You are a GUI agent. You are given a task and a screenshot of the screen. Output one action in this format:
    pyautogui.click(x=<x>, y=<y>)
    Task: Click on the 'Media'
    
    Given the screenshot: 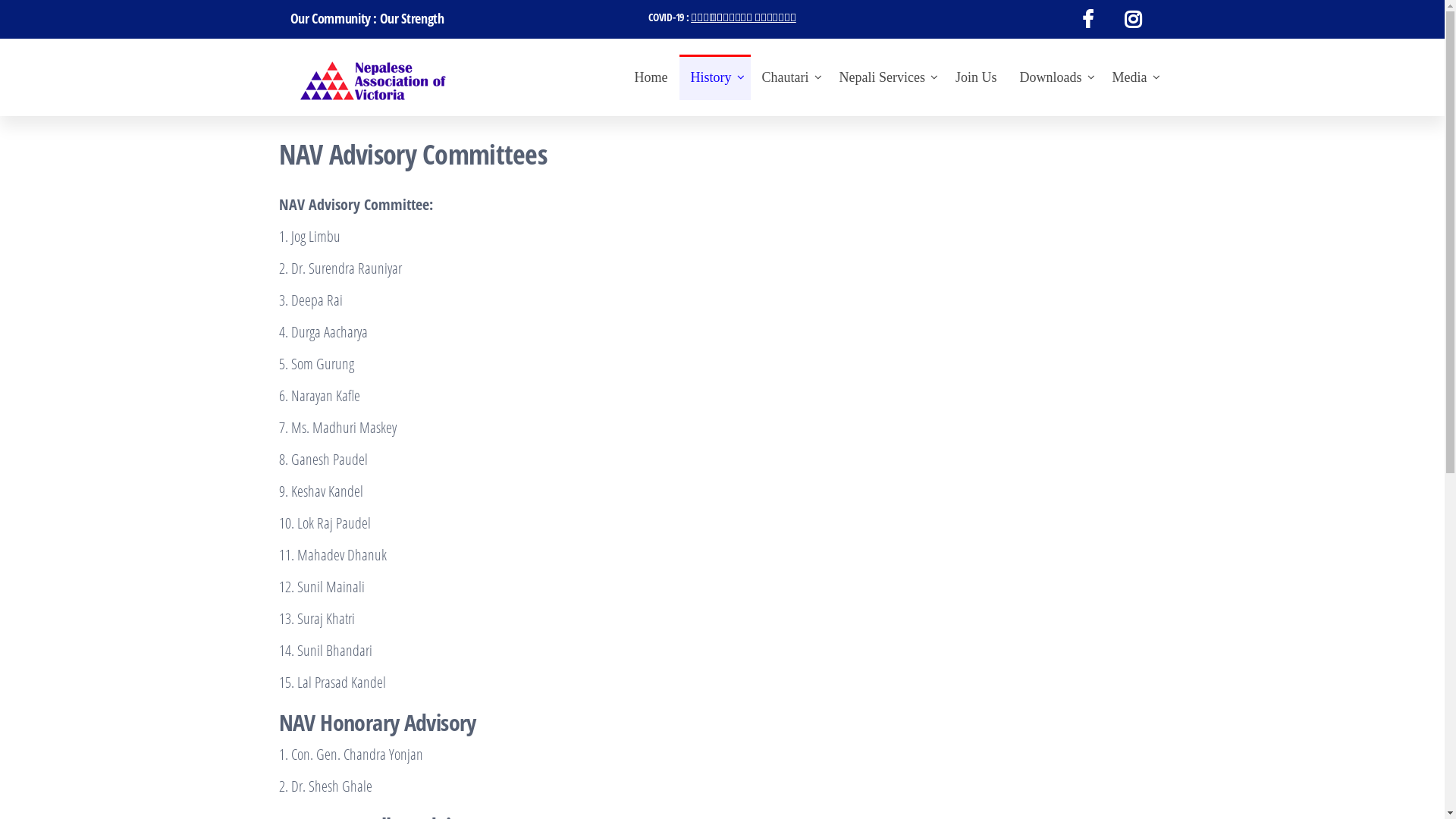 What is the action you would take?
    pyautogui.click(x=1100, y=77)
    